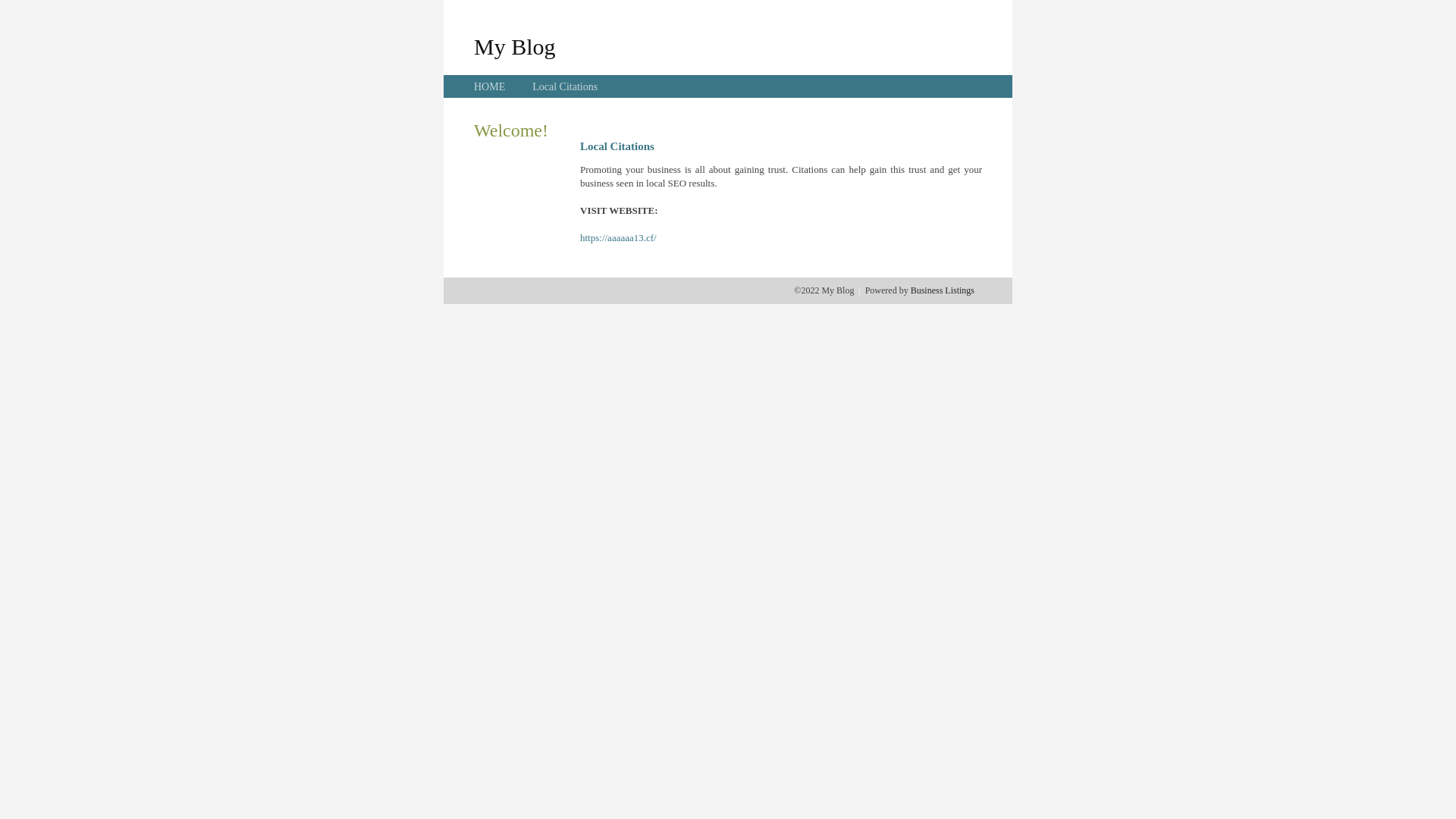 This screenshot has height=819, width=1456. I want to click on 'Local Citations', so click(563, 86).